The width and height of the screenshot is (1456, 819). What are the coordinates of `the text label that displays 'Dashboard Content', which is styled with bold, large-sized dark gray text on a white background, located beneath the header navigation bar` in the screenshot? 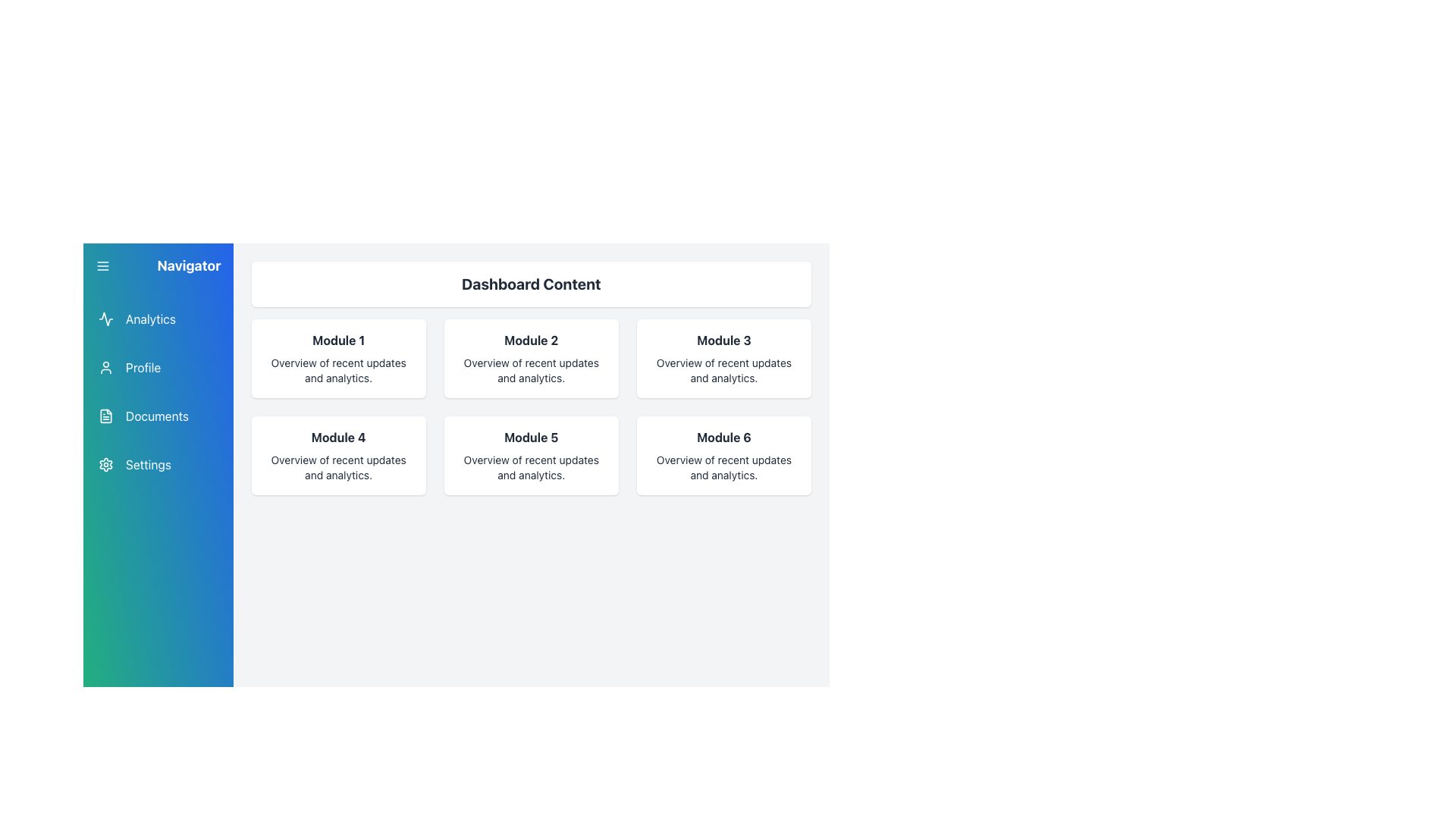 It's located at (531, 284).